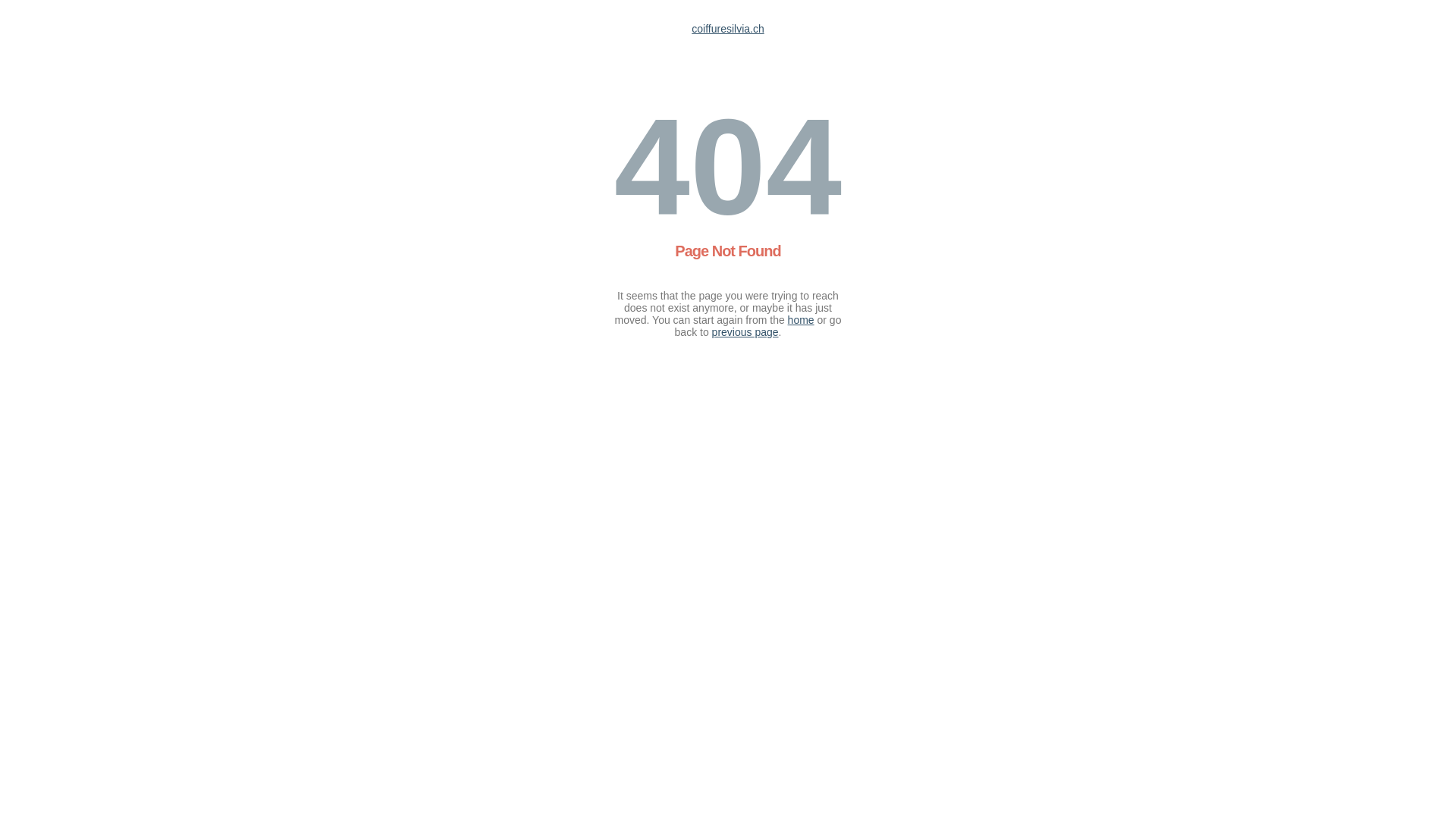  What do you see at coordinates (726, 29) in the screenshot?
I see `'coiffuresilvia.ch'` at bounding box center [726, 29].